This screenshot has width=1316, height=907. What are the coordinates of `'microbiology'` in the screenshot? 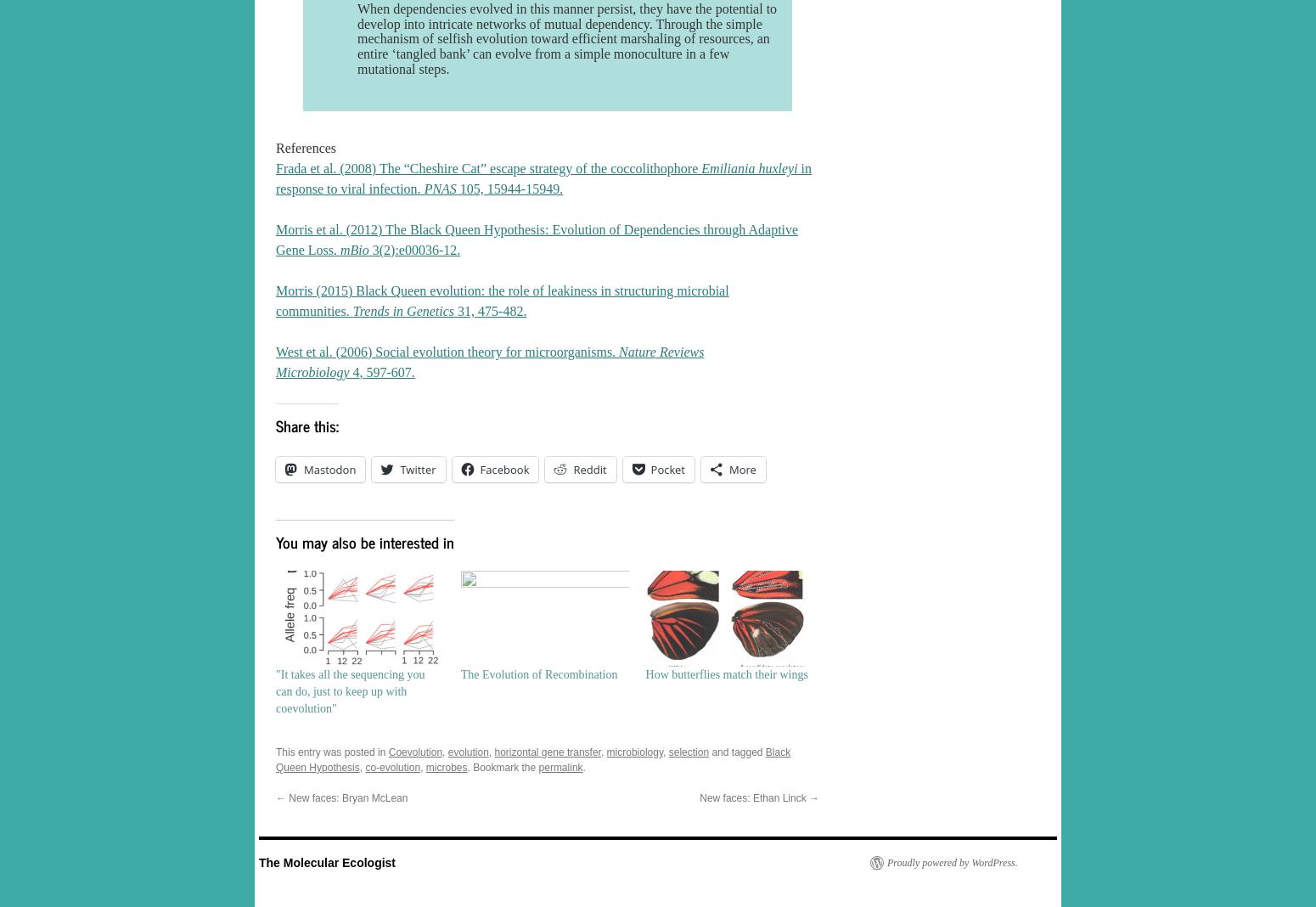 It's located at (634, 751).